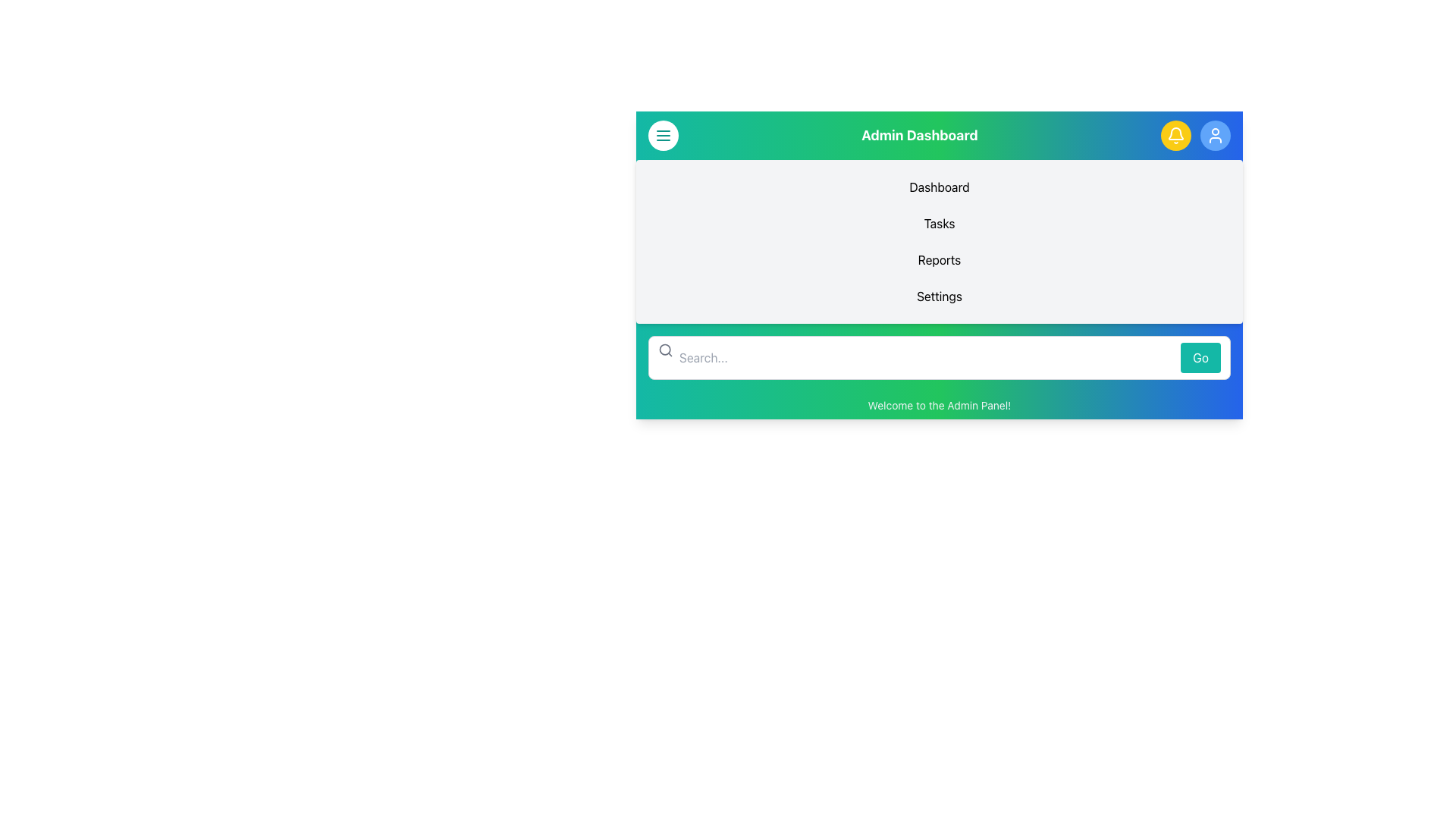 This screenshot has height=819, width=1456. What do you see at coordinates (938, 405) in the screenshot?
I see `the text label that reads 'Welcome to the Admin Panel!' styled with a smaller font size and gray color, located at the bottom of the admin dashboard, following the search bar` at bounding box center [938, 405].